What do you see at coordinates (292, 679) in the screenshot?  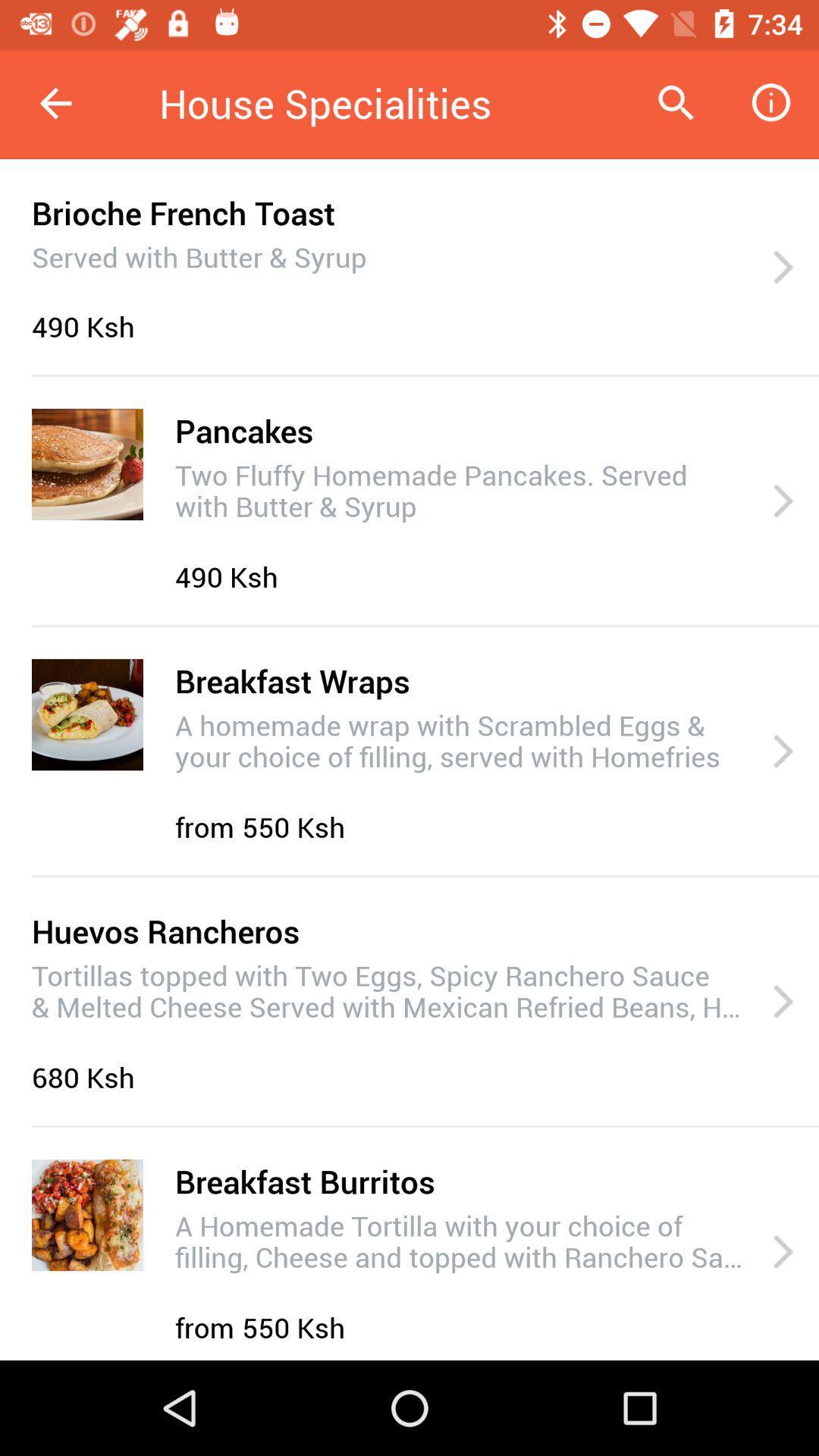 I see `breakfast wraps` at bounding box center [292, 679].